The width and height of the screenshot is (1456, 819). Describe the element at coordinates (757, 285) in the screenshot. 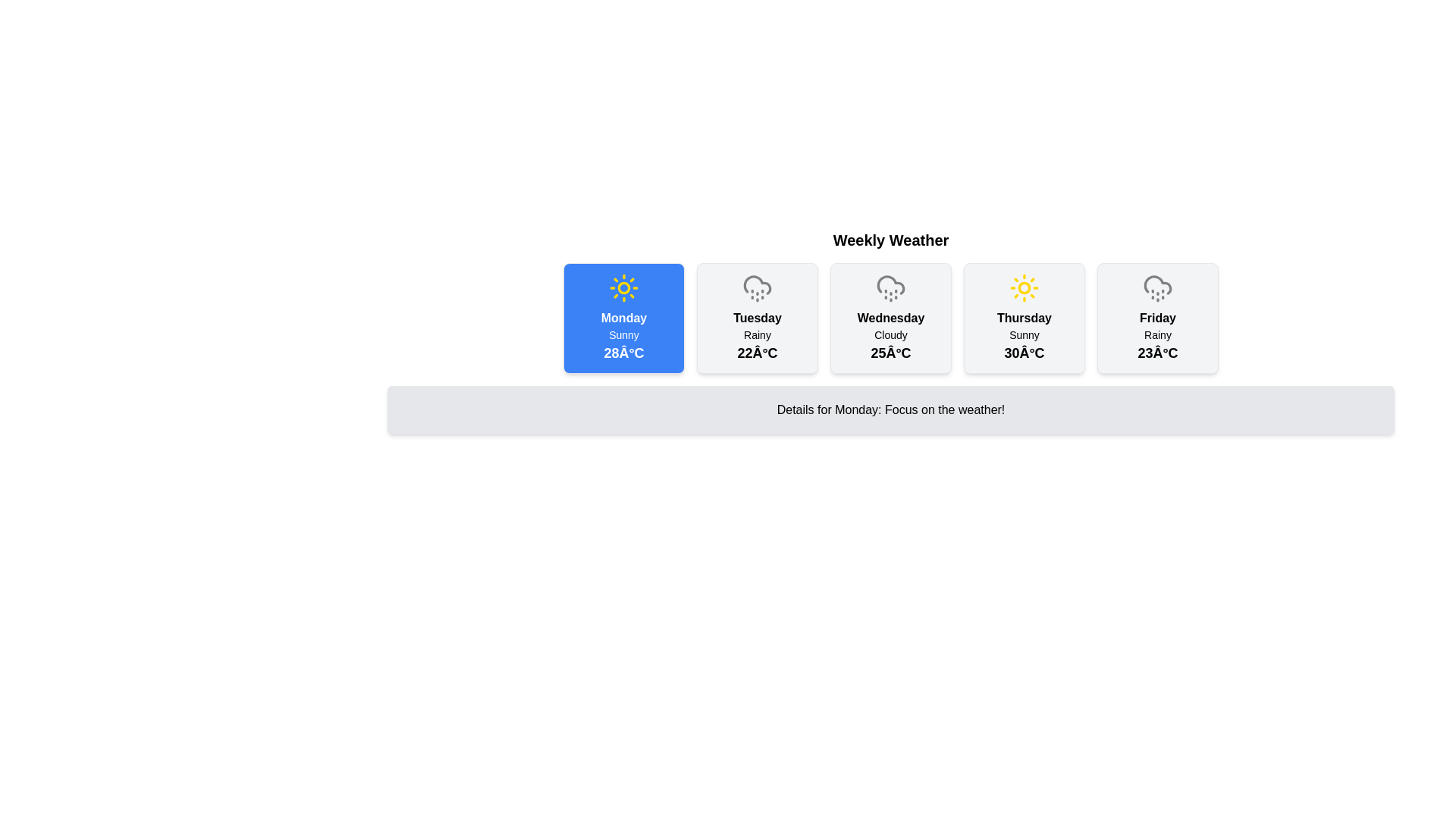

I see `the rainy weather icon, which is a cloud with drizzle drops, located at the top-center of the 'Tuesday Rainy 22°C' card in the weekly weather section` at that location.